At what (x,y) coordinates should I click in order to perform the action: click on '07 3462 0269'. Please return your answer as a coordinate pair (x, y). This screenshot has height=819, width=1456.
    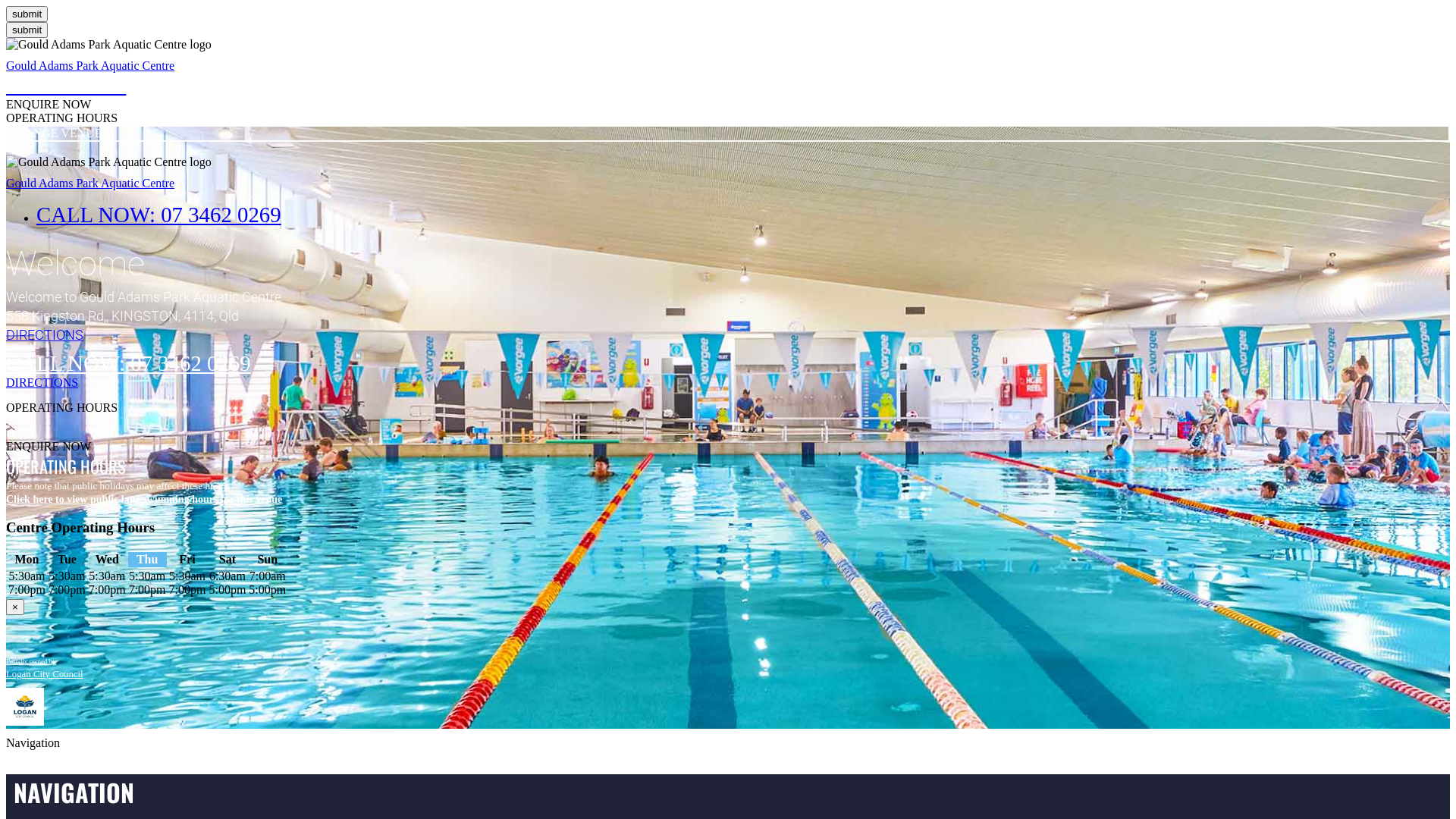
    Looking at the image, I should click on (64, 84).